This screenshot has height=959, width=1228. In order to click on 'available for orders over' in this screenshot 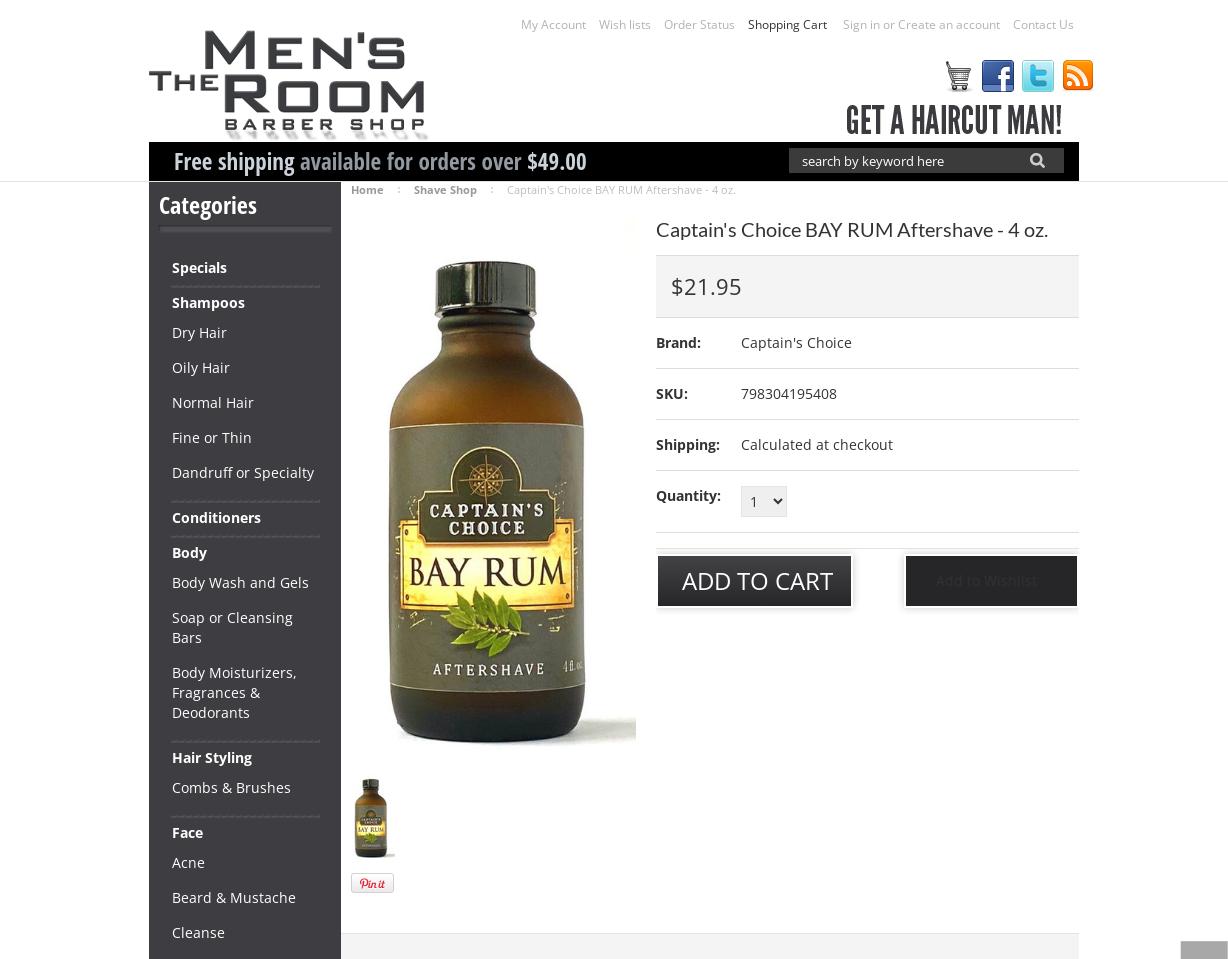, I will do `click(410, 160)`.